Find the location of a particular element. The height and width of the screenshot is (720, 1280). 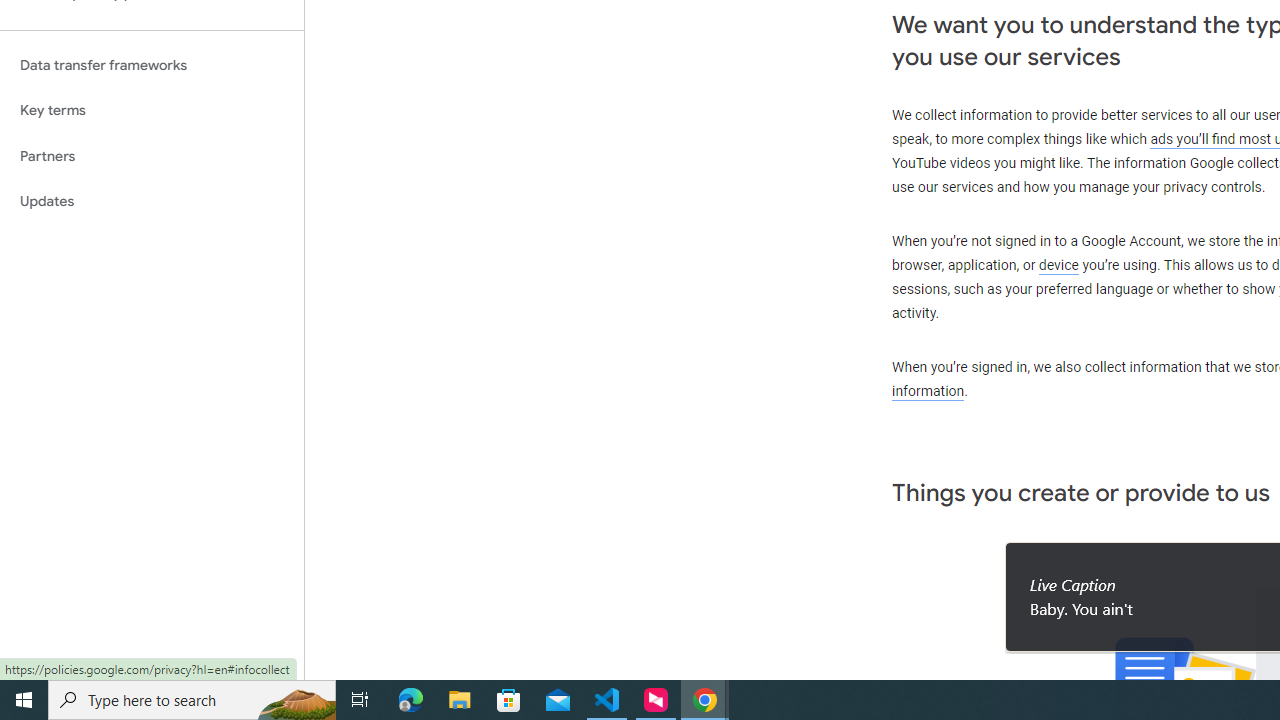

'Key terms' is located at coordinates (151, 110).